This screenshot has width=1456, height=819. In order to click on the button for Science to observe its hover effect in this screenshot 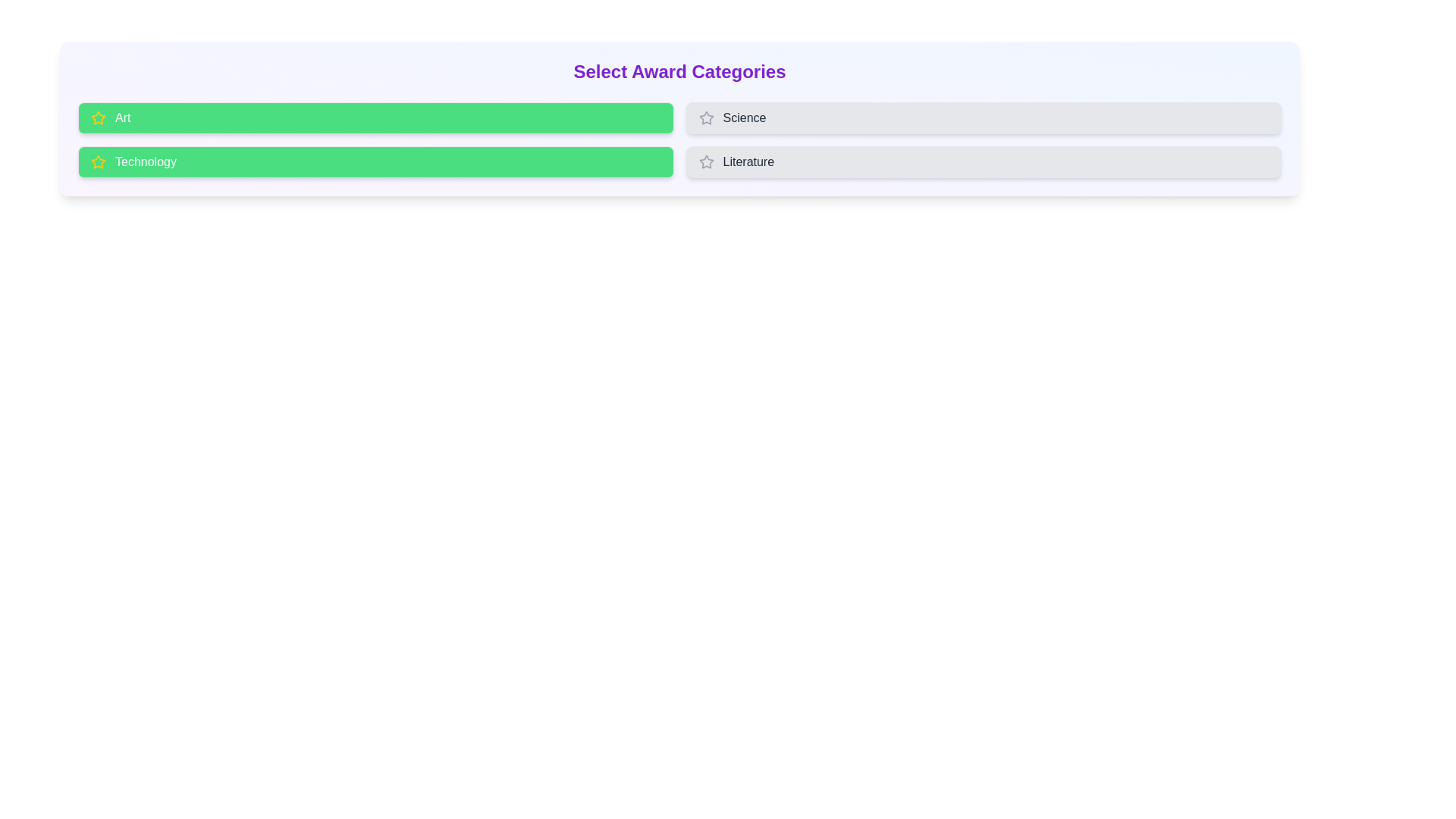, I will do `click(984, 117)`.